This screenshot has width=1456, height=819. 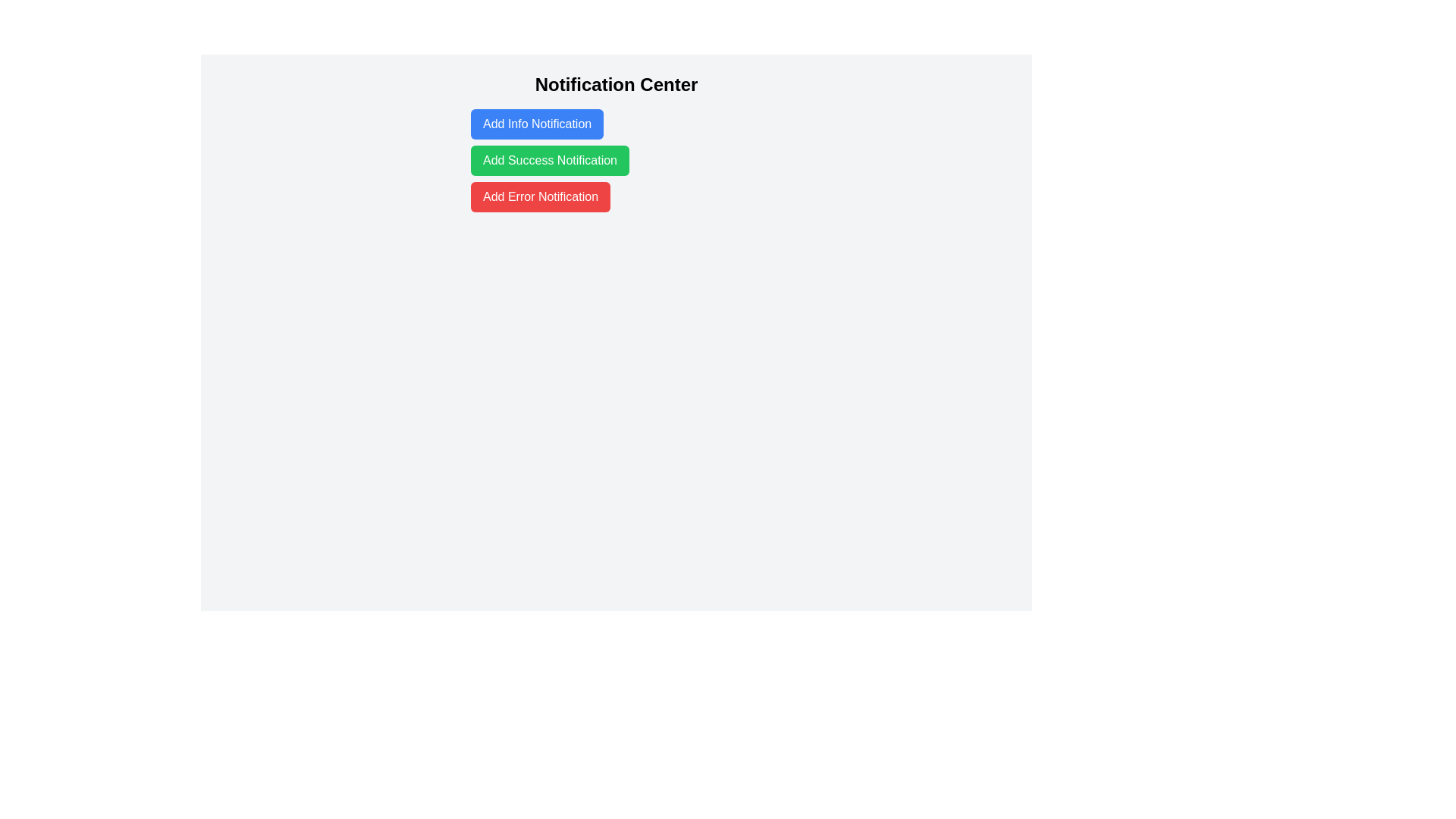 I want to click on the green 'Add Success Notification' button, which is the second button in the Notification Center, so click(x=549, y=161).